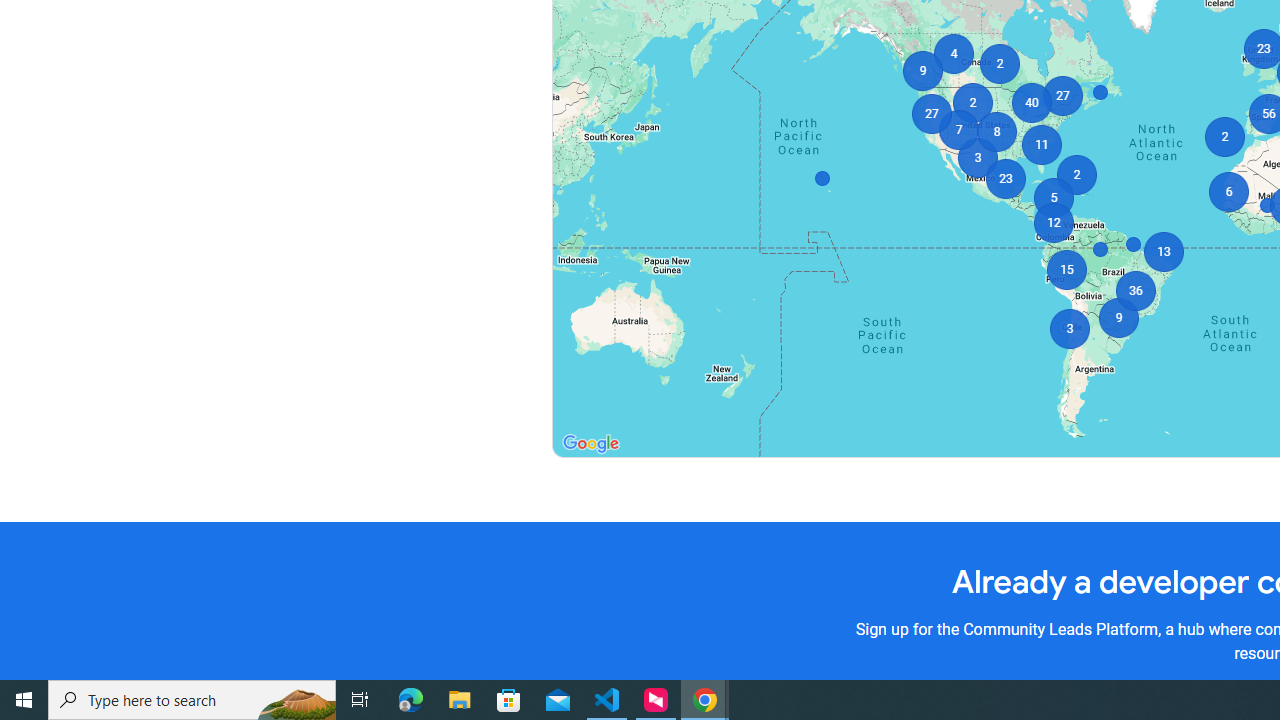 The image size is (1280, 720). Describe the element at coordinates (1040, 144) in the screenshot. I see `'11'` at that location.